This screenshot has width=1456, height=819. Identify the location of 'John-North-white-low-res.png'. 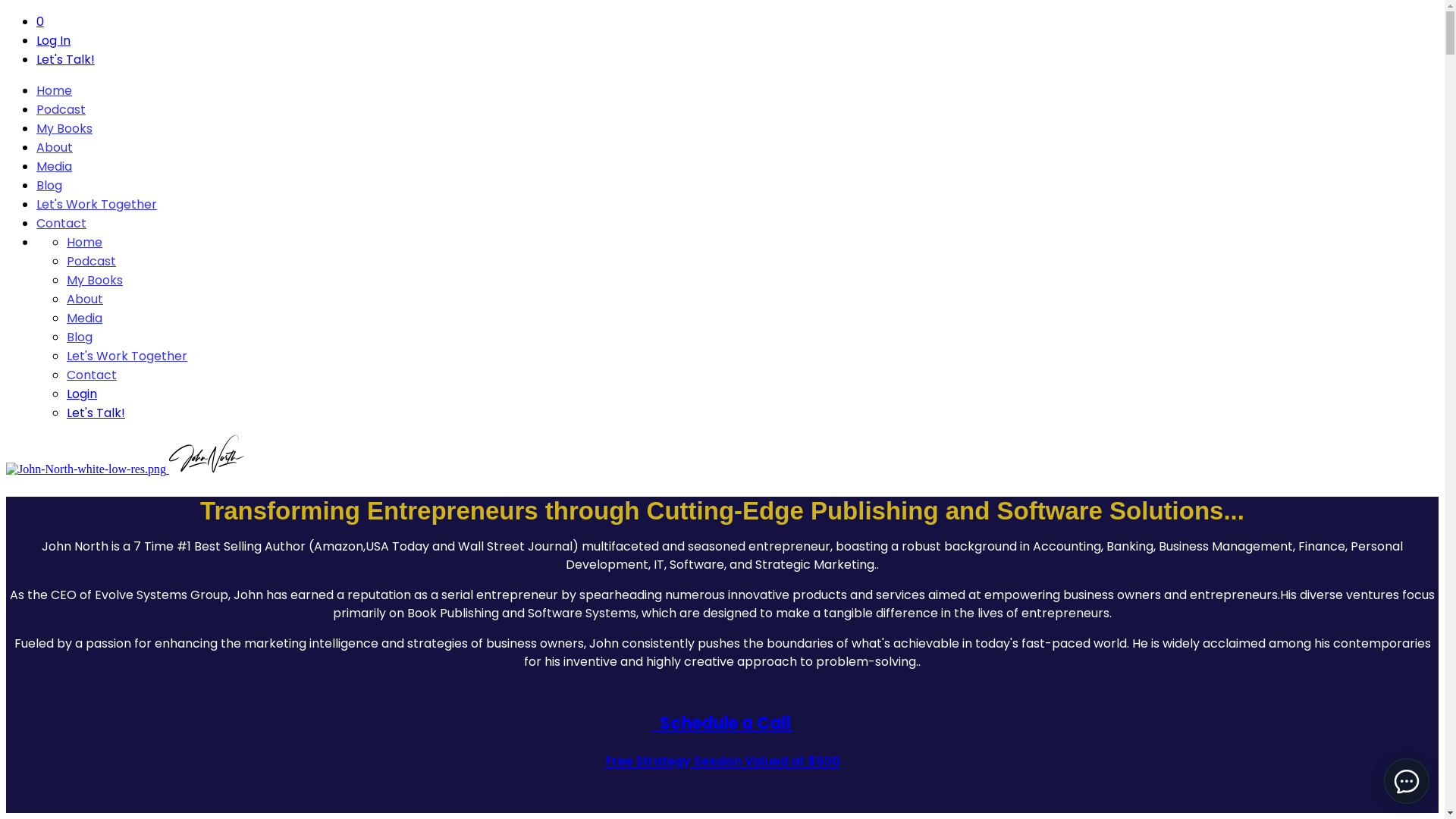
(85, 468).